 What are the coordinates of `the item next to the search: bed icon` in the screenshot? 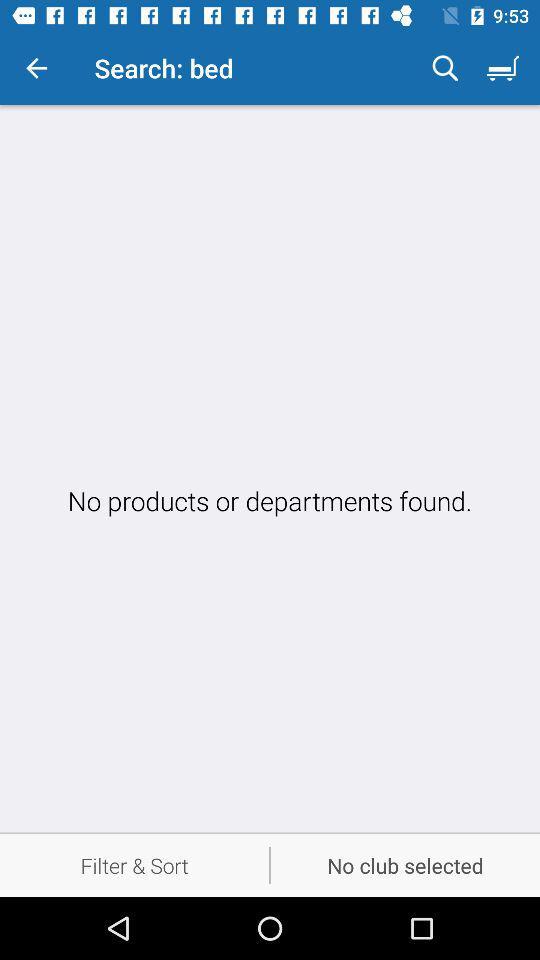 It's located at (36, 68).